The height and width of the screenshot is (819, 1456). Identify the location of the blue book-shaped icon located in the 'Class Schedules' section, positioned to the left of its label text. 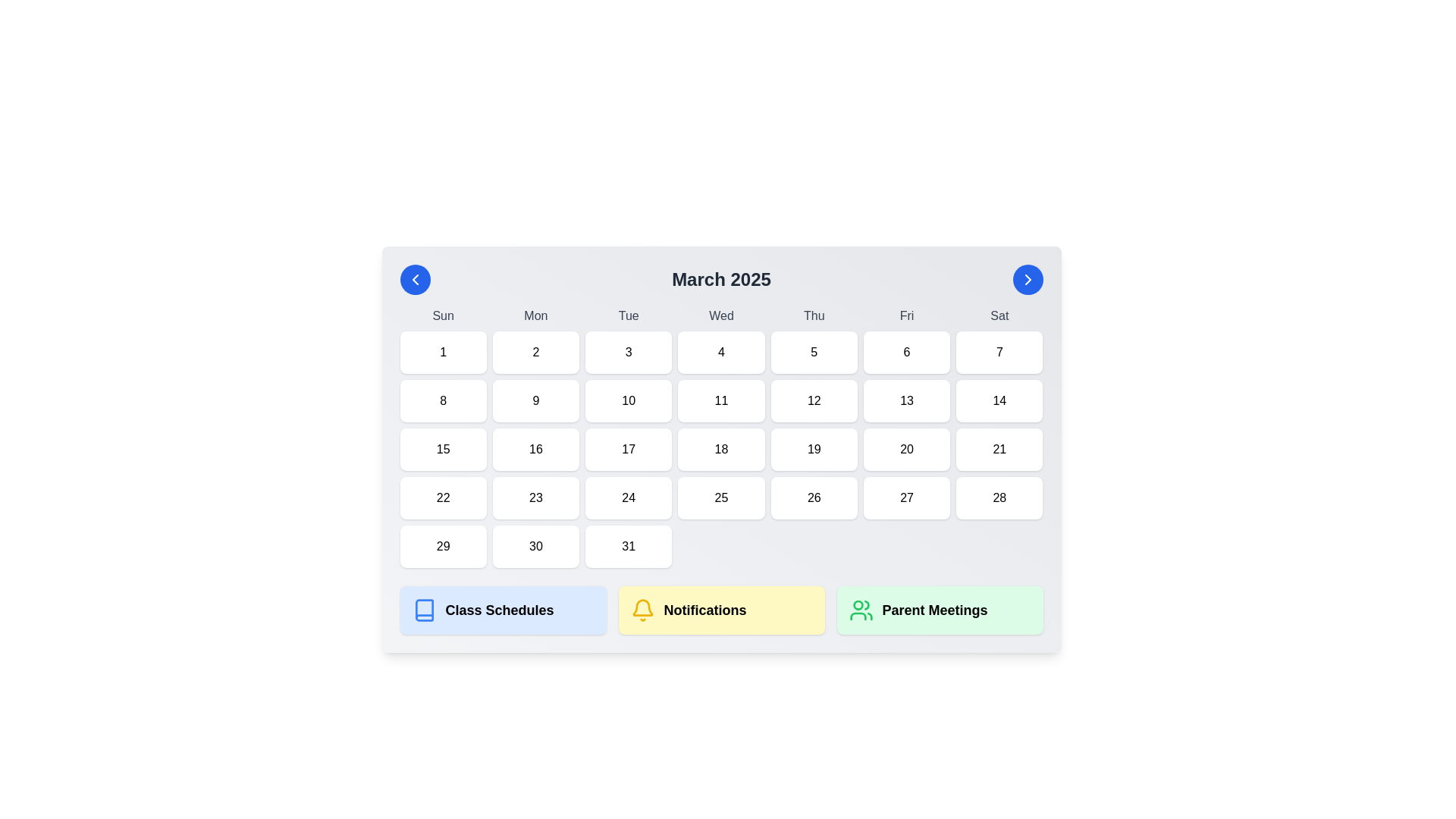
(424, 610).